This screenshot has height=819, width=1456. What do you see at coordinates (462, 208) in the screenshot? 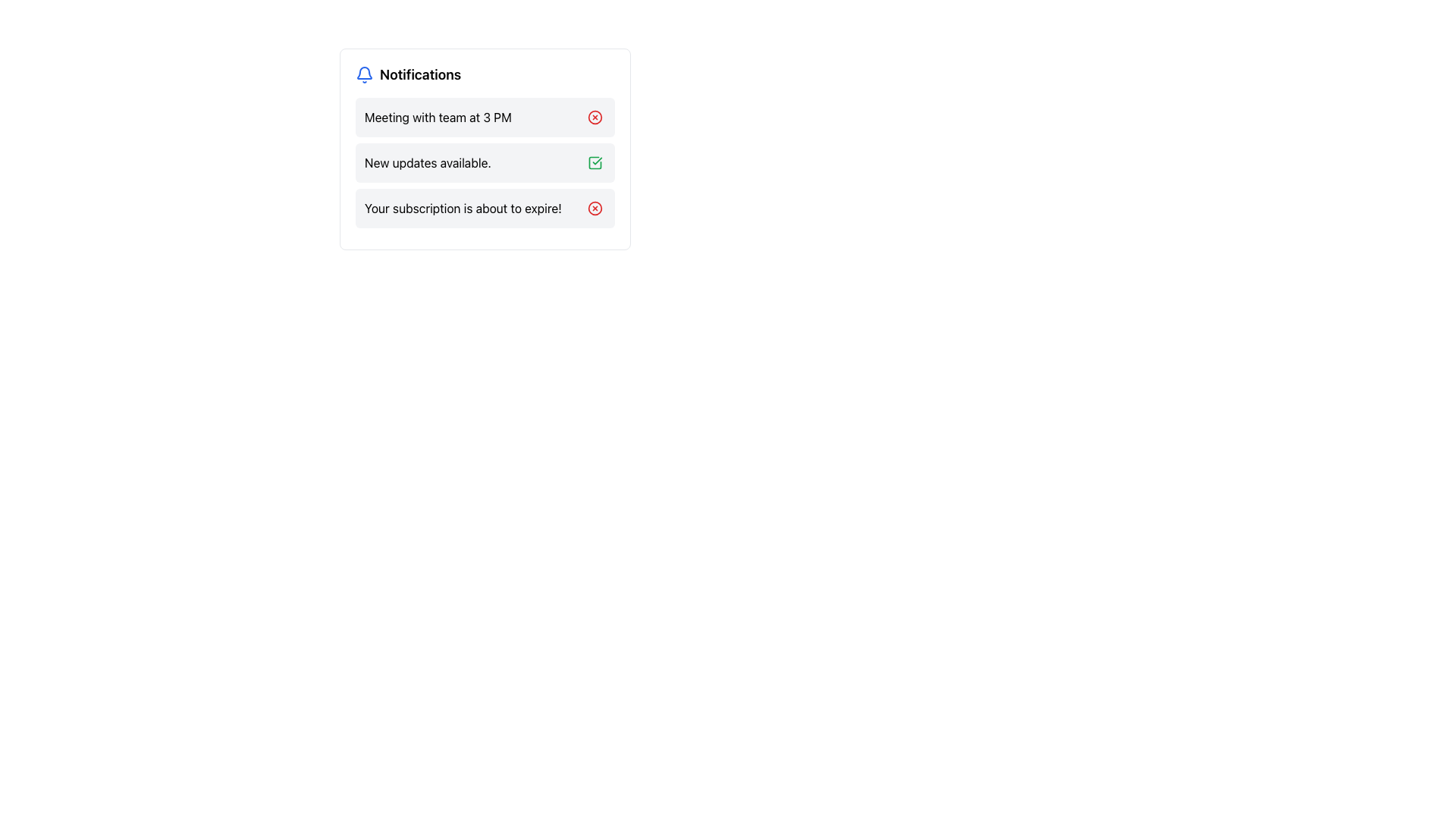
I see `informational text warning about subscription expiration located in the center of the bottom notification card, below the other notifications` at bounding box center [462, 208].